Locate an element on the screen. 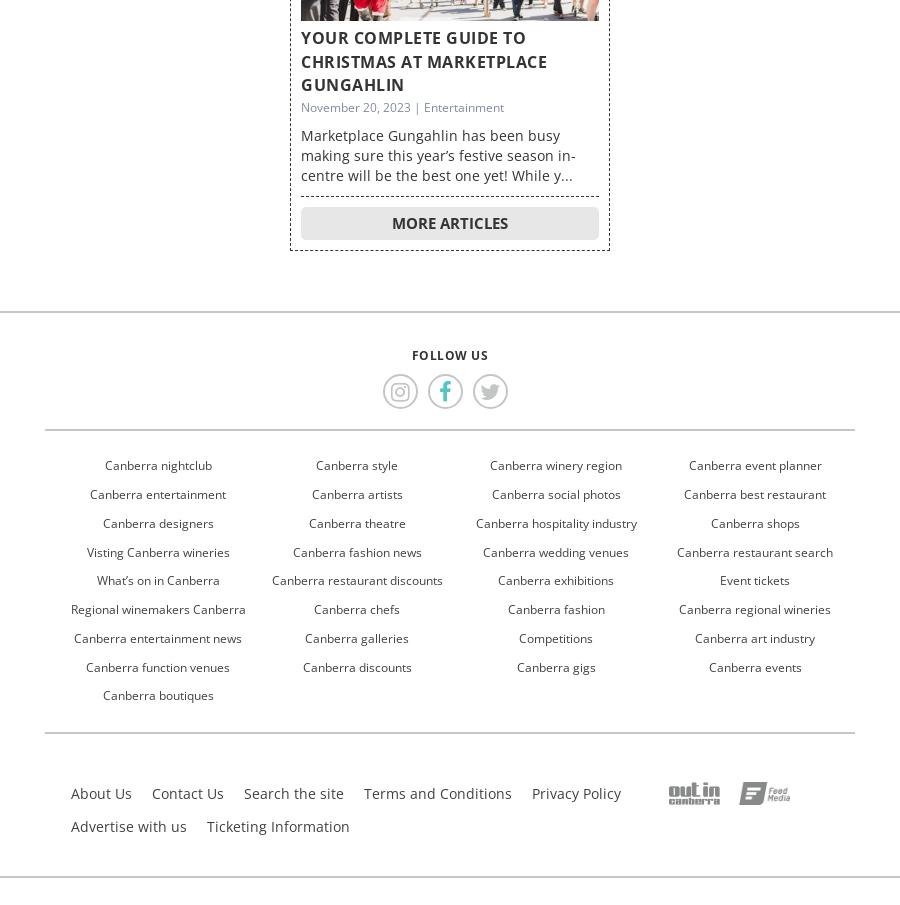 The image size is (900, 905). 'Marketplace Gungahlin has been busy making sure this year’s festive season in-centre will be the best one yet! While y...' is located at coordinates (299, 154).